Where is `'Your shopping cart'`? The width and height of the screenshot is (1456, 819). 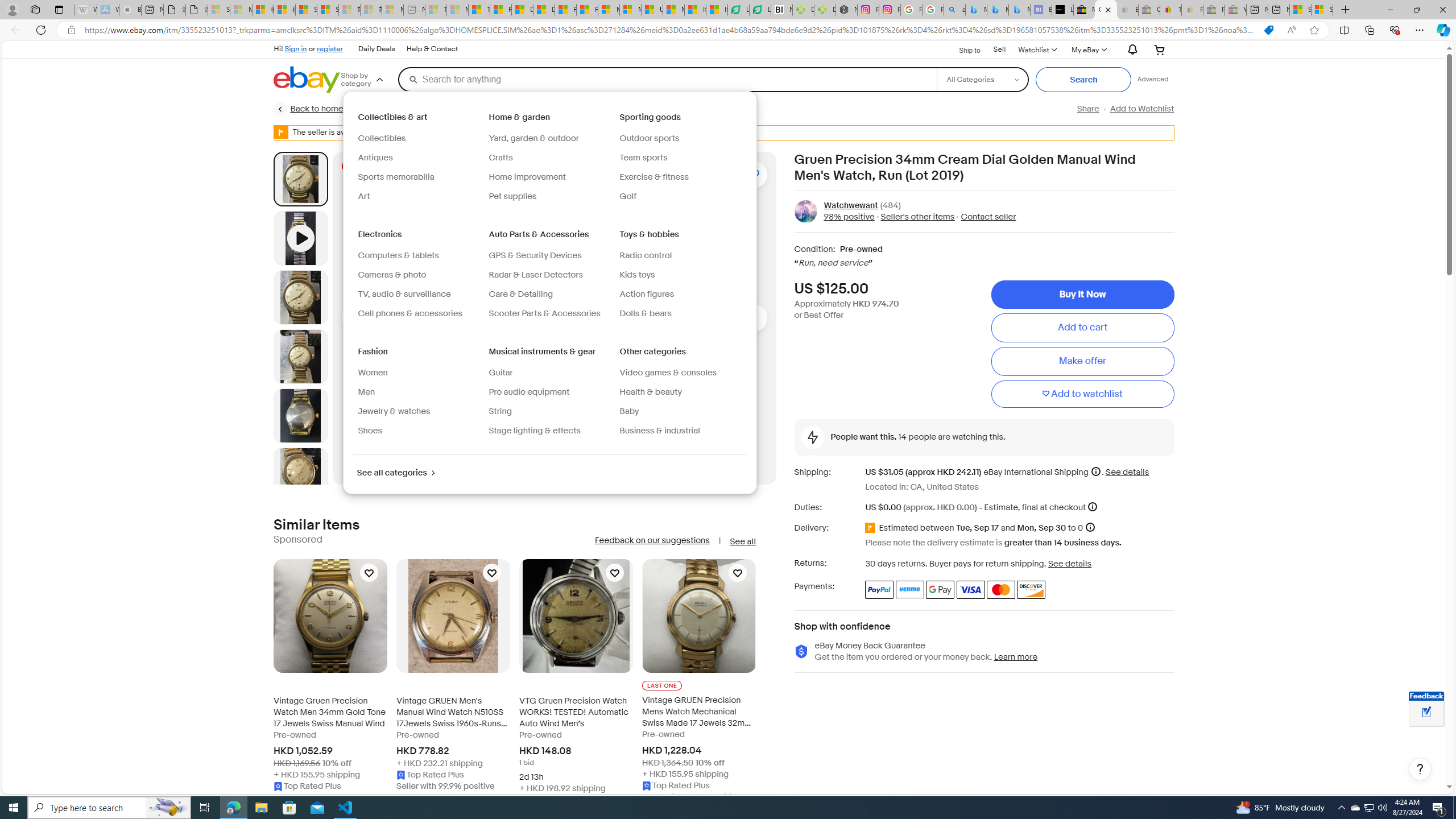
'Your shopping cart' is located at coordinates (1159, 49).